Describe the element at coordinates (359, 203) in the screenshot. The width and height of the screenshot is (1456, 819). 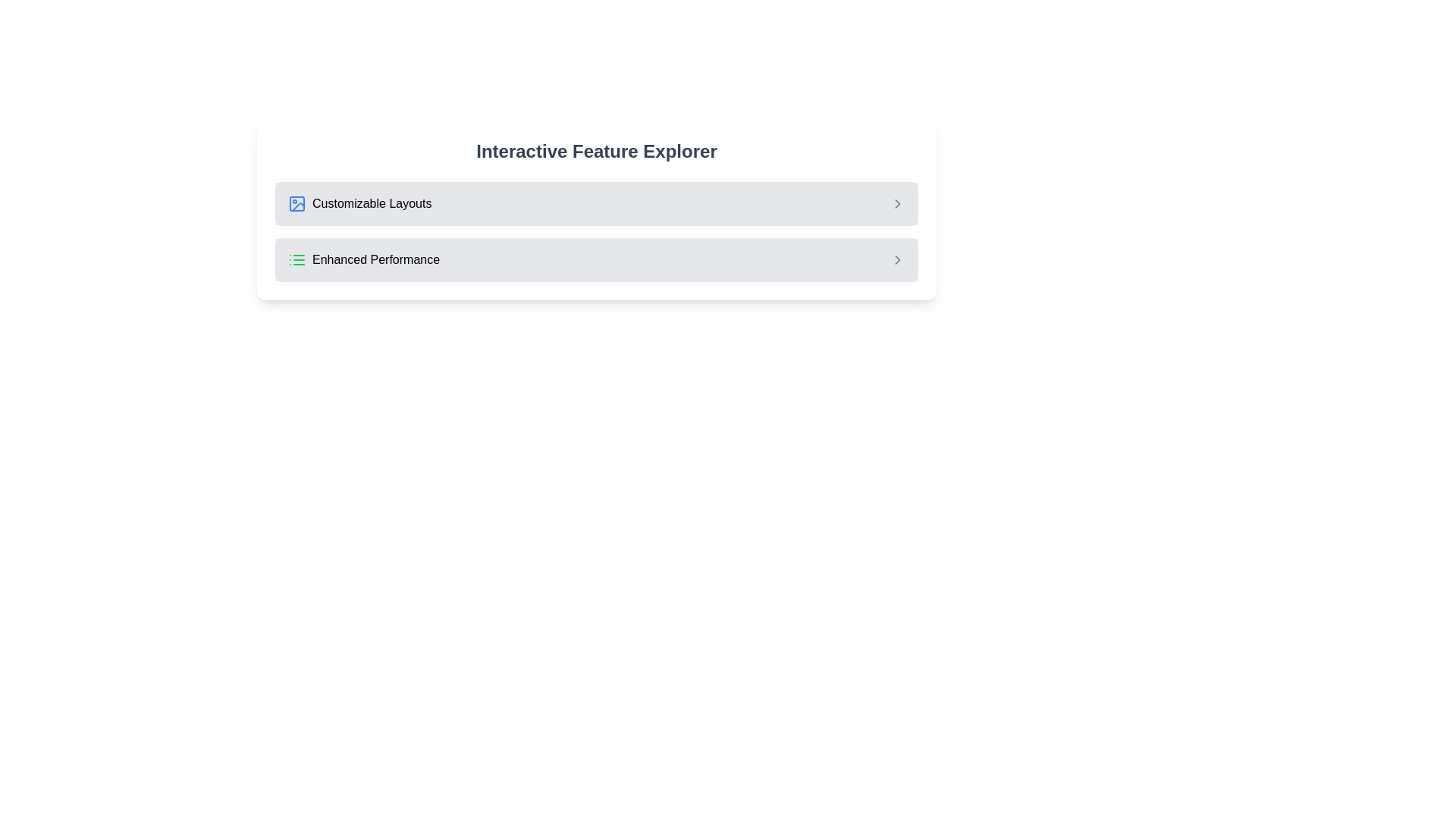
I see `the 'Customizable Layouts' list item located in the horizontal bar under 'Interactive Feature Explorer'` at that location.